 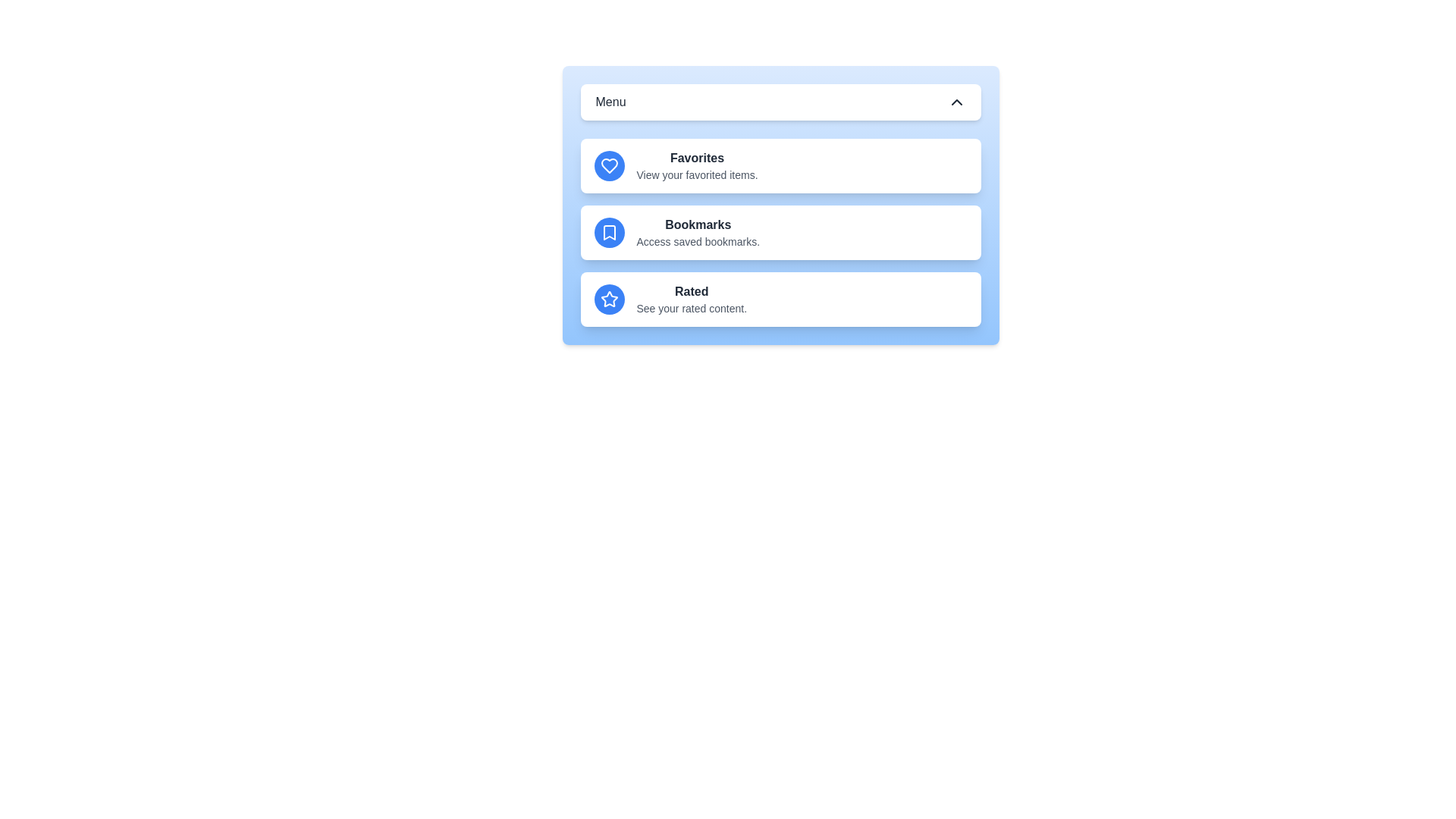 What do you see at coordinates (609, 299) in the screenshot?
I see `the icon of the menu item Rated` at bounding box center [609, 299].